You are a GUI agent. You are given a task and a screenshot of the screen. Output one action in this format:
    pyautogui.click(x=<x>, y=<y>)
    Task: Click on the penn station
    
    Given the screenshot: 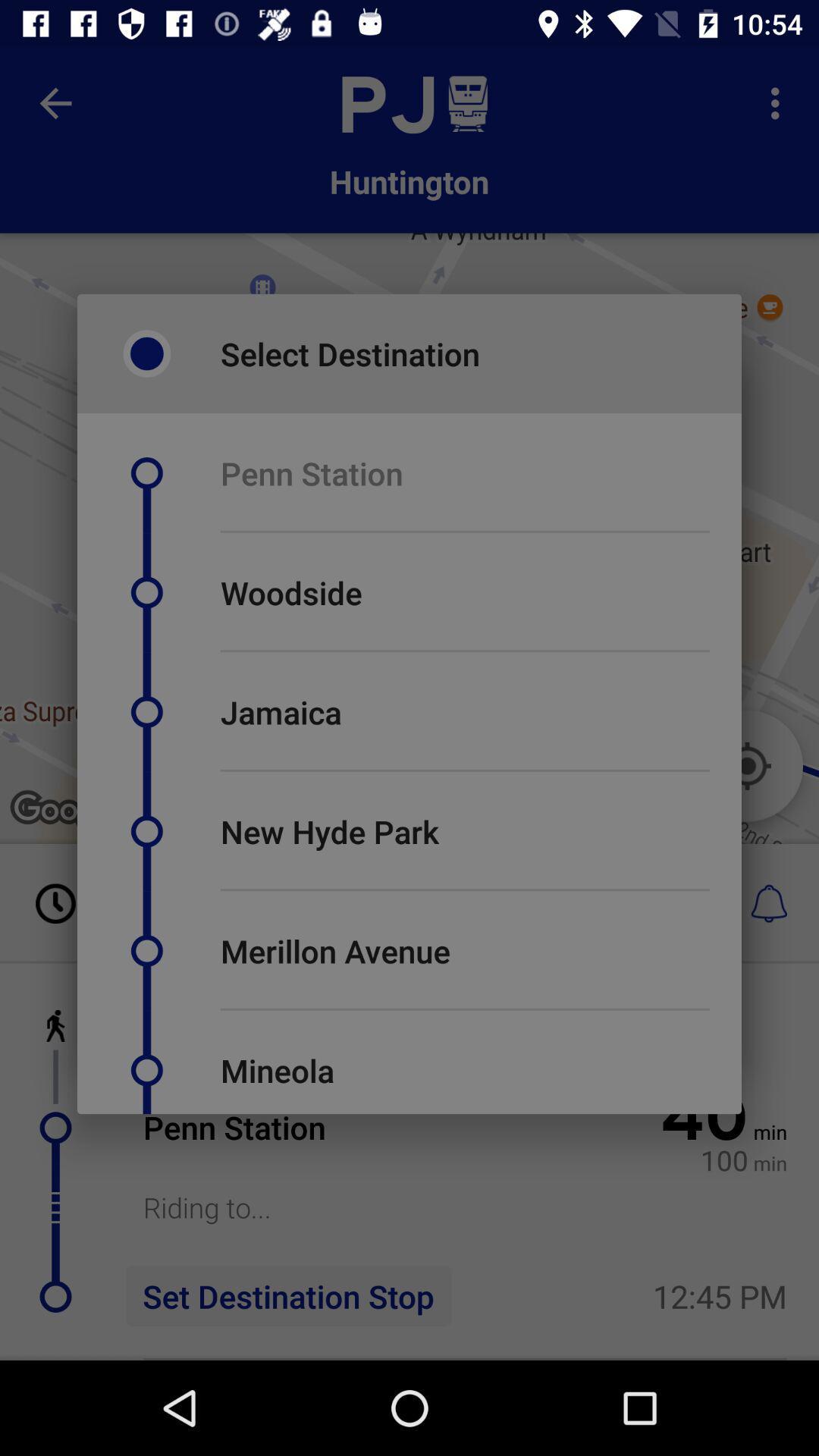 What is the action you would take?
    pyautogui.click(x=311, y=472)
    